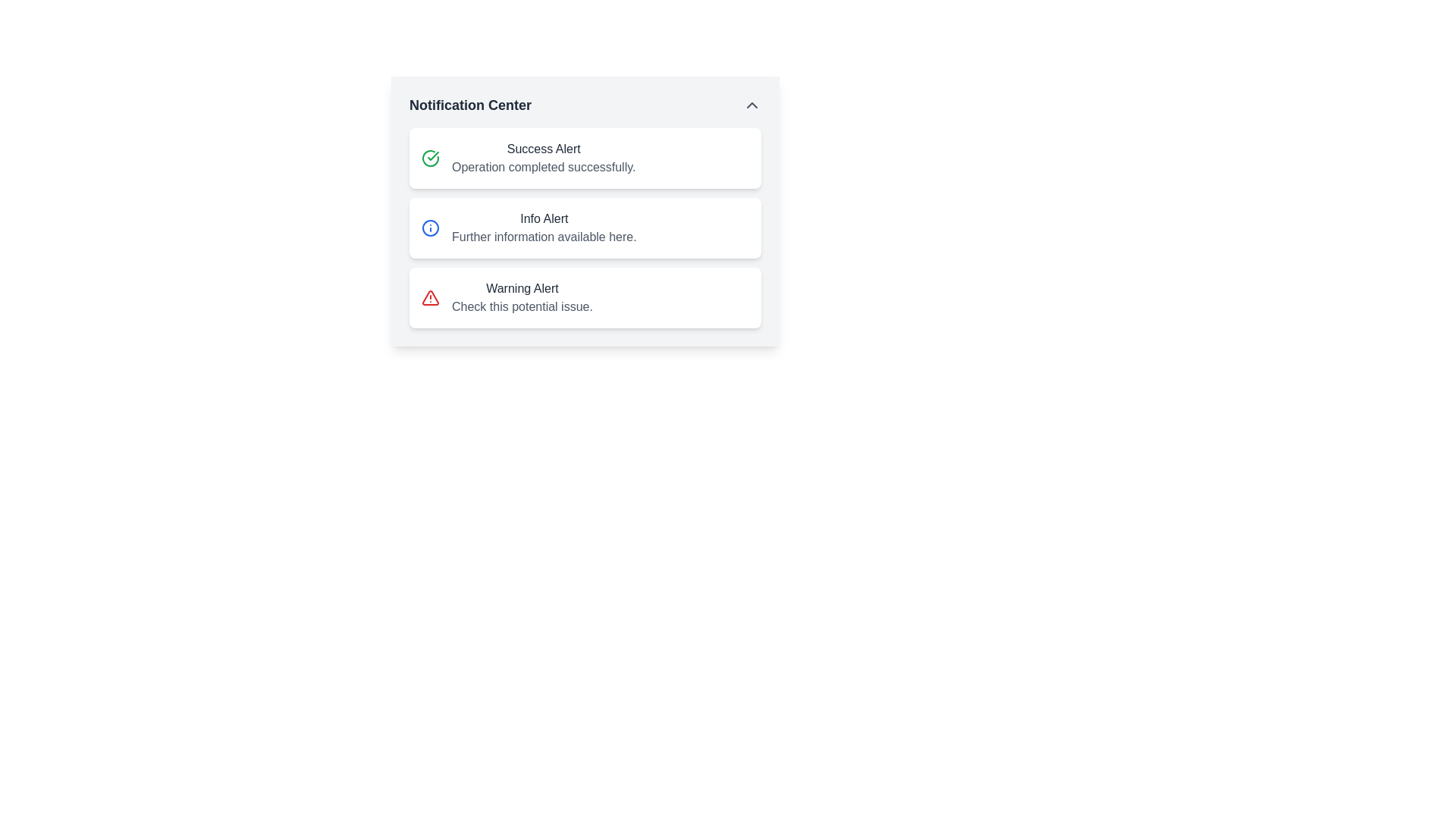 This screenshot has width=1456, height=819. I want to click on information displayed on the second Notification Card located in the Notification Center, positioned between the Success Alert card above and the Warning Alert card below, so click(585, 211).